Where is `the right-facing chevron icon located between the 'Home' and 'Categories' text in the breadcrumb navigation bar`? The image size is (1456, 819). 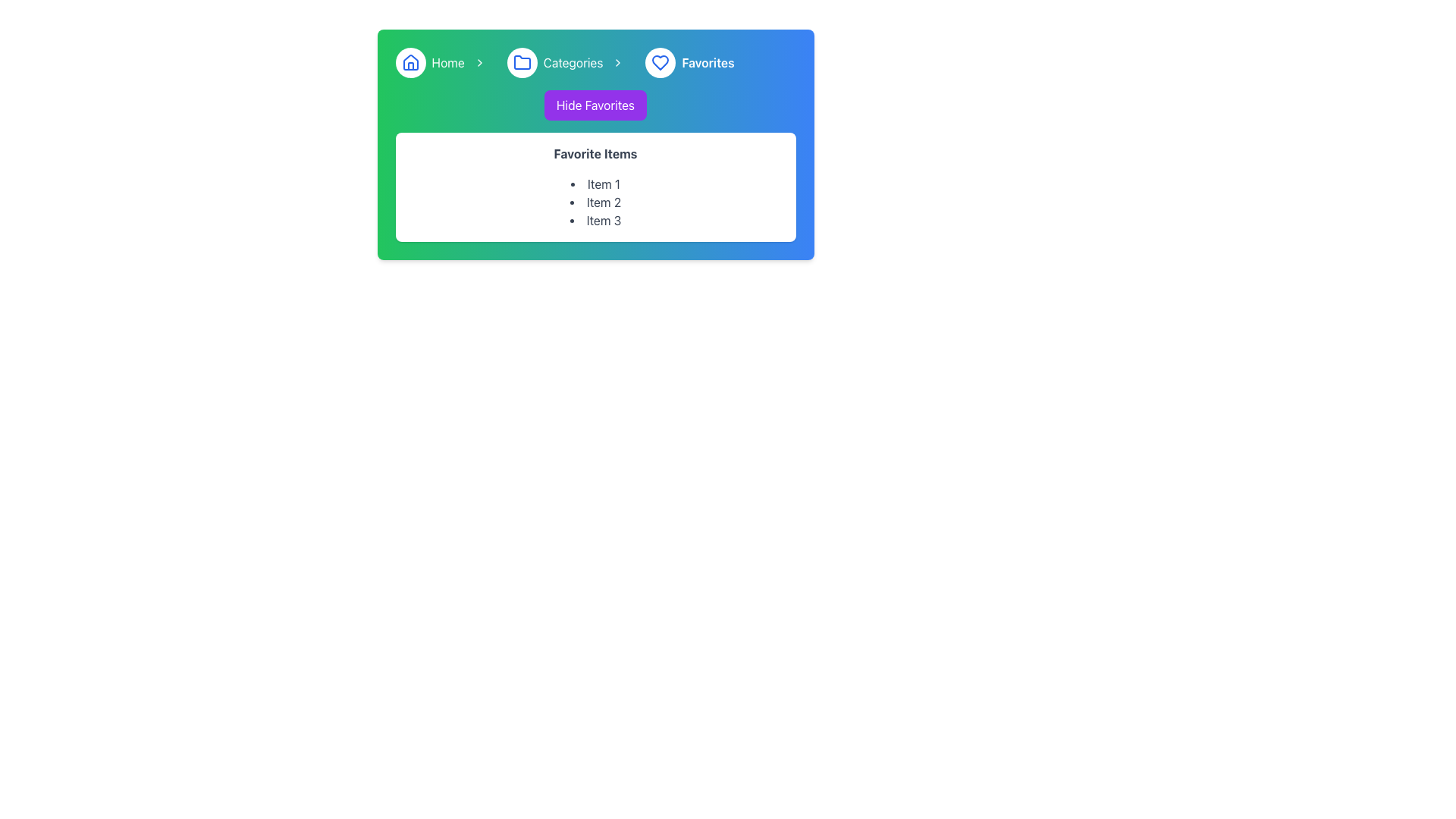 the right-facing chevron icon located between the 'Home' and 'Categories' text in the breadcrumb navigation bar is located at coordinates (479, 62).